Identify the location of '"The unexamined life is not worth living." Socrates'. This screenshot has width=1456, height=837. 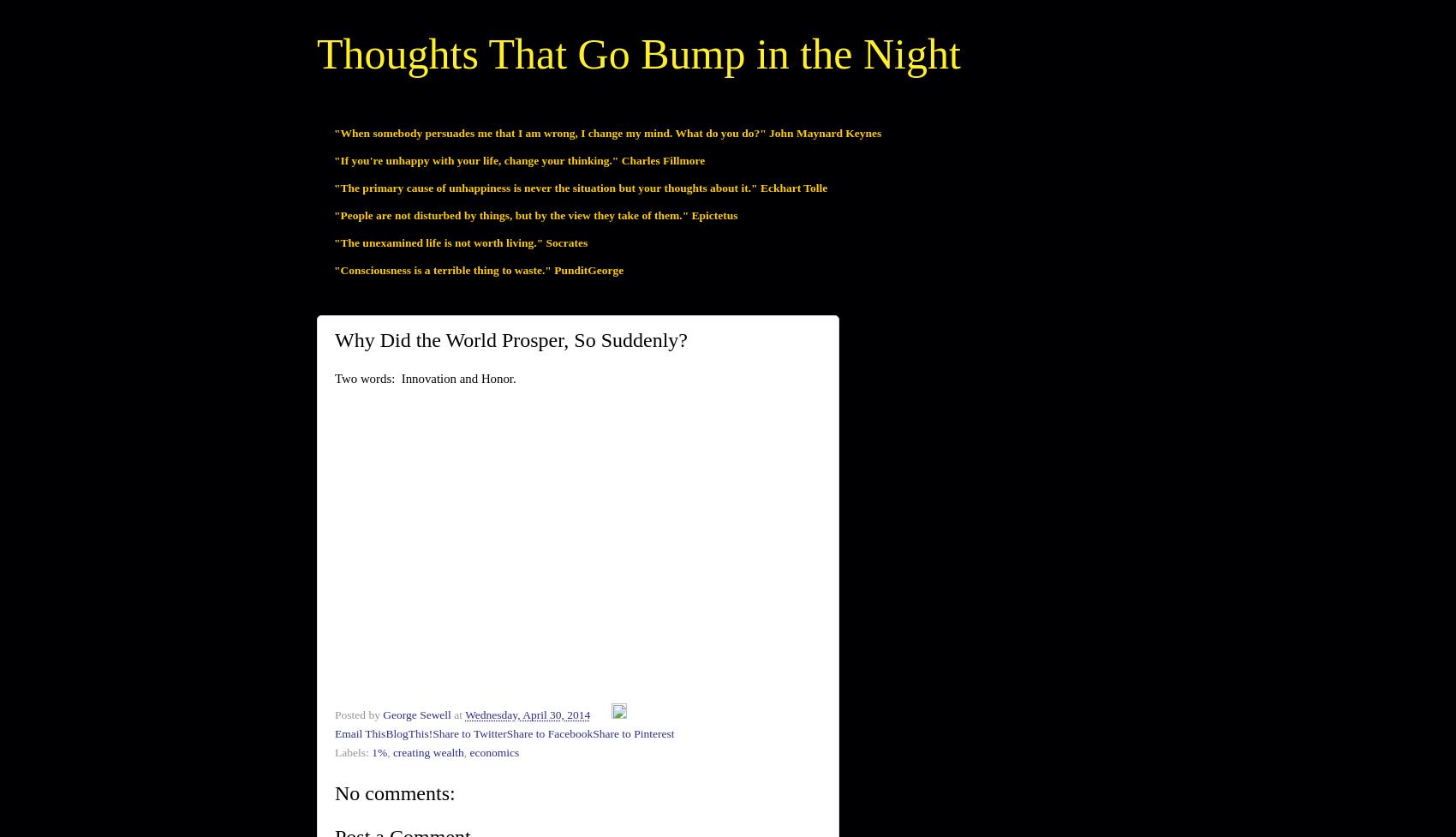
(332, 241).